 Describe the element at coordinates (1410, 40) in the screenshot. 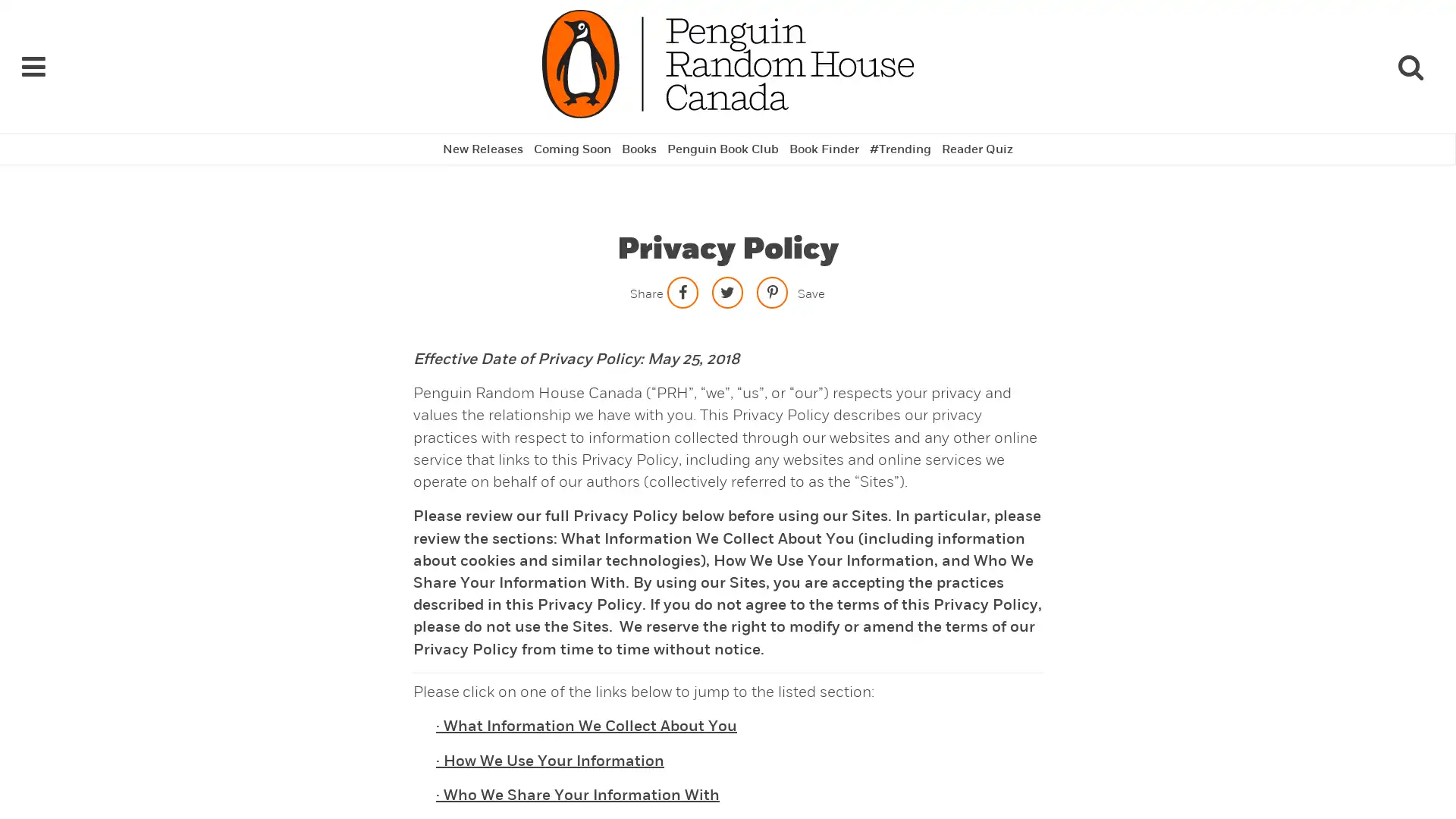

I see `Search` at that location.